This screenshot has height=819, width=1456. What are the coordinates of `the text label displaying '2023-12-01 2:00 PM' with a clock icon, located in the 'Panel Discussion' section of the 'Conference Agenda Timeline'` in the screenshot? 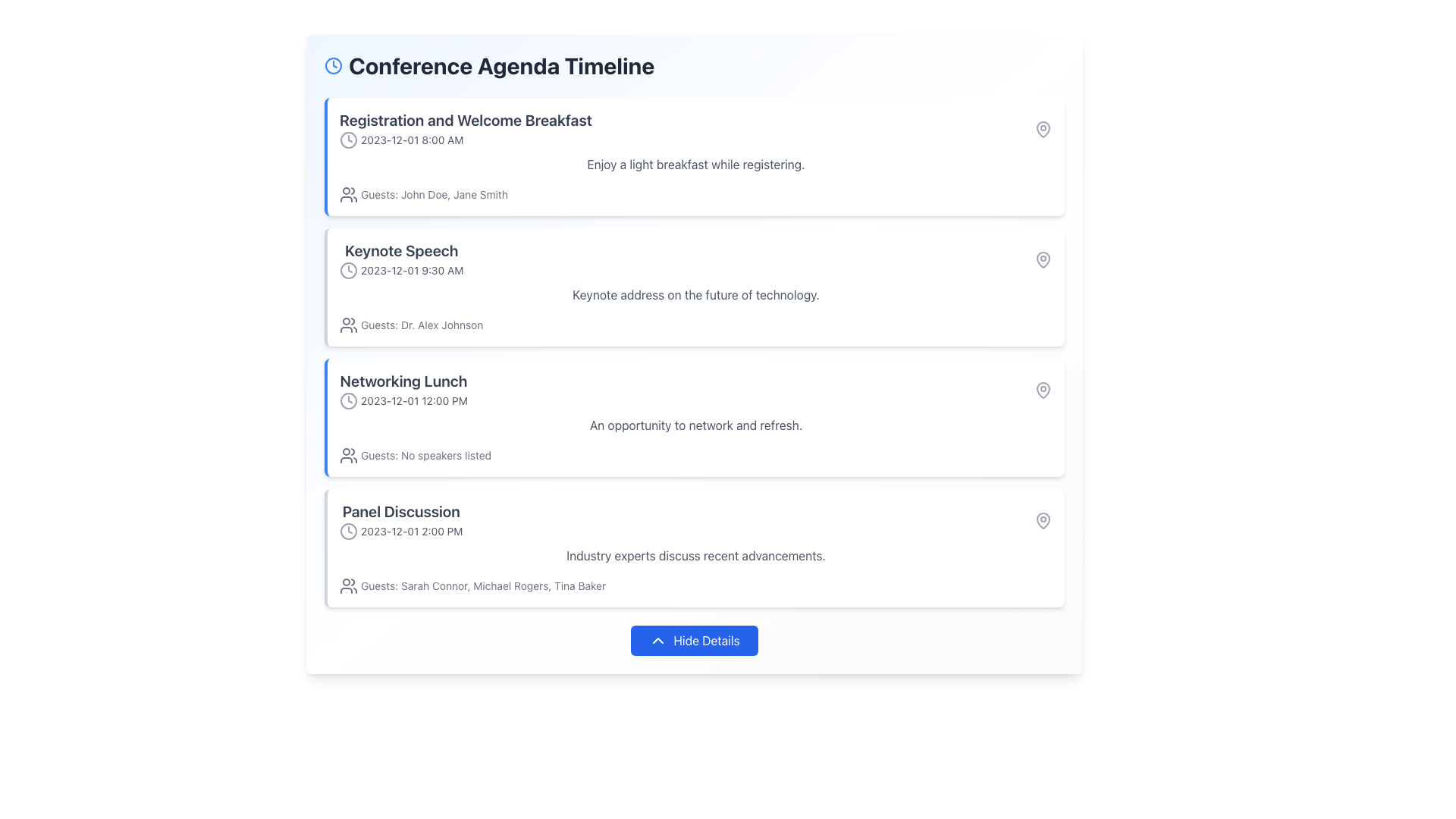 It's located at (401, 531).